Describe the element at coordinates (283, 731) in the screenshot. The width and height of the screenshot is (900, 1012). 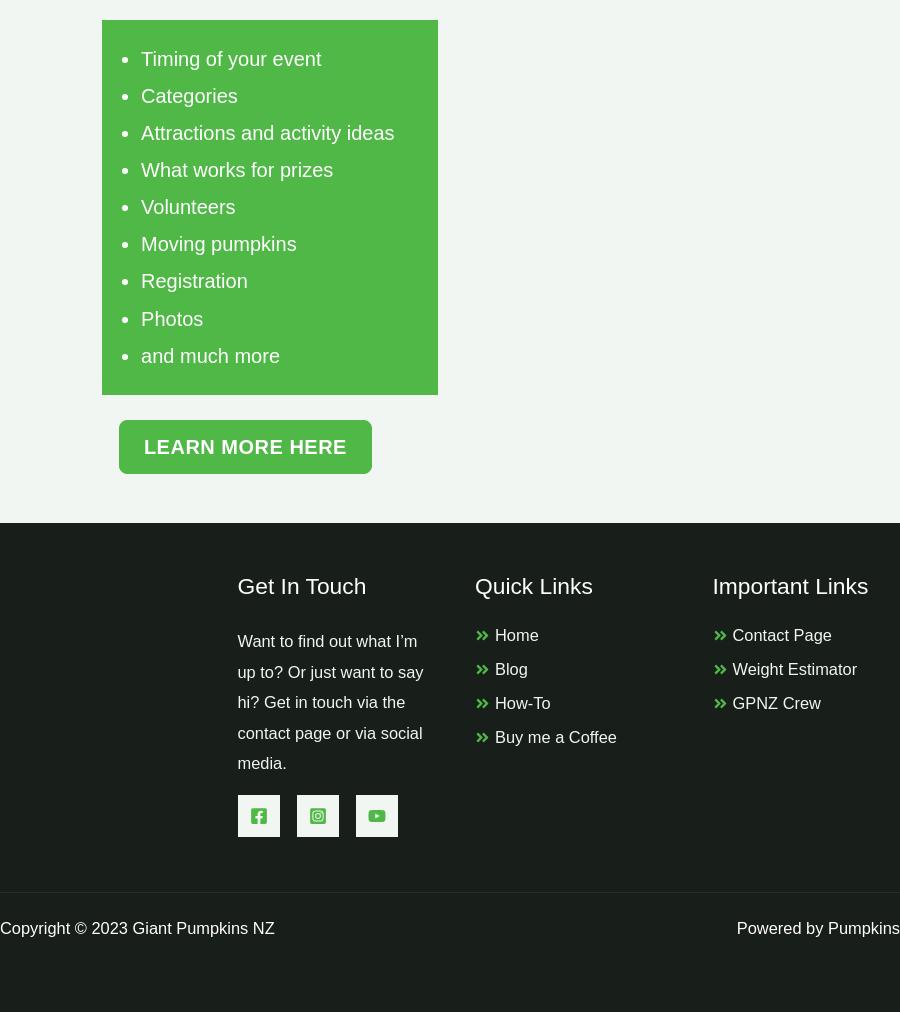
I see `'contact page'` at that location.